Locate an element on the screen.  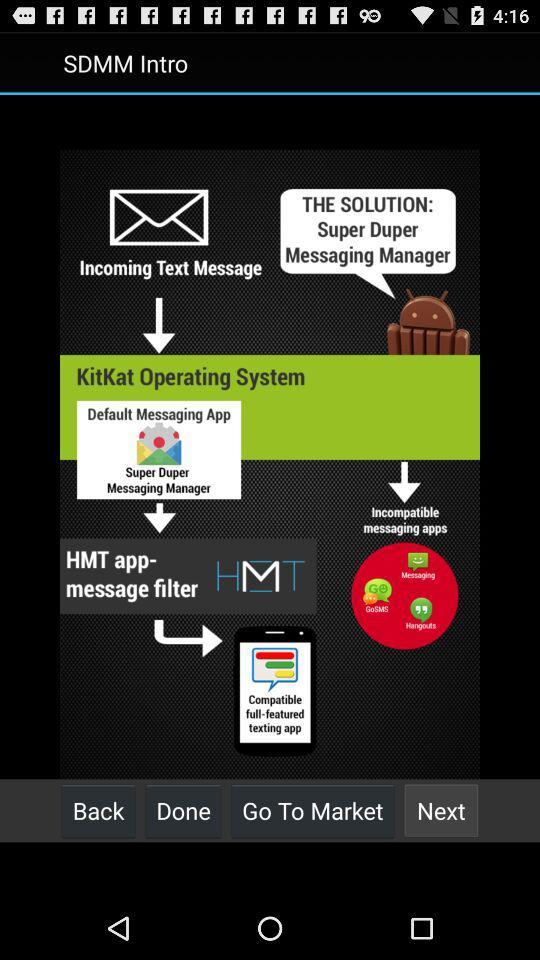
the item to the right of the go to market icon is located at coordinates (441, 810).